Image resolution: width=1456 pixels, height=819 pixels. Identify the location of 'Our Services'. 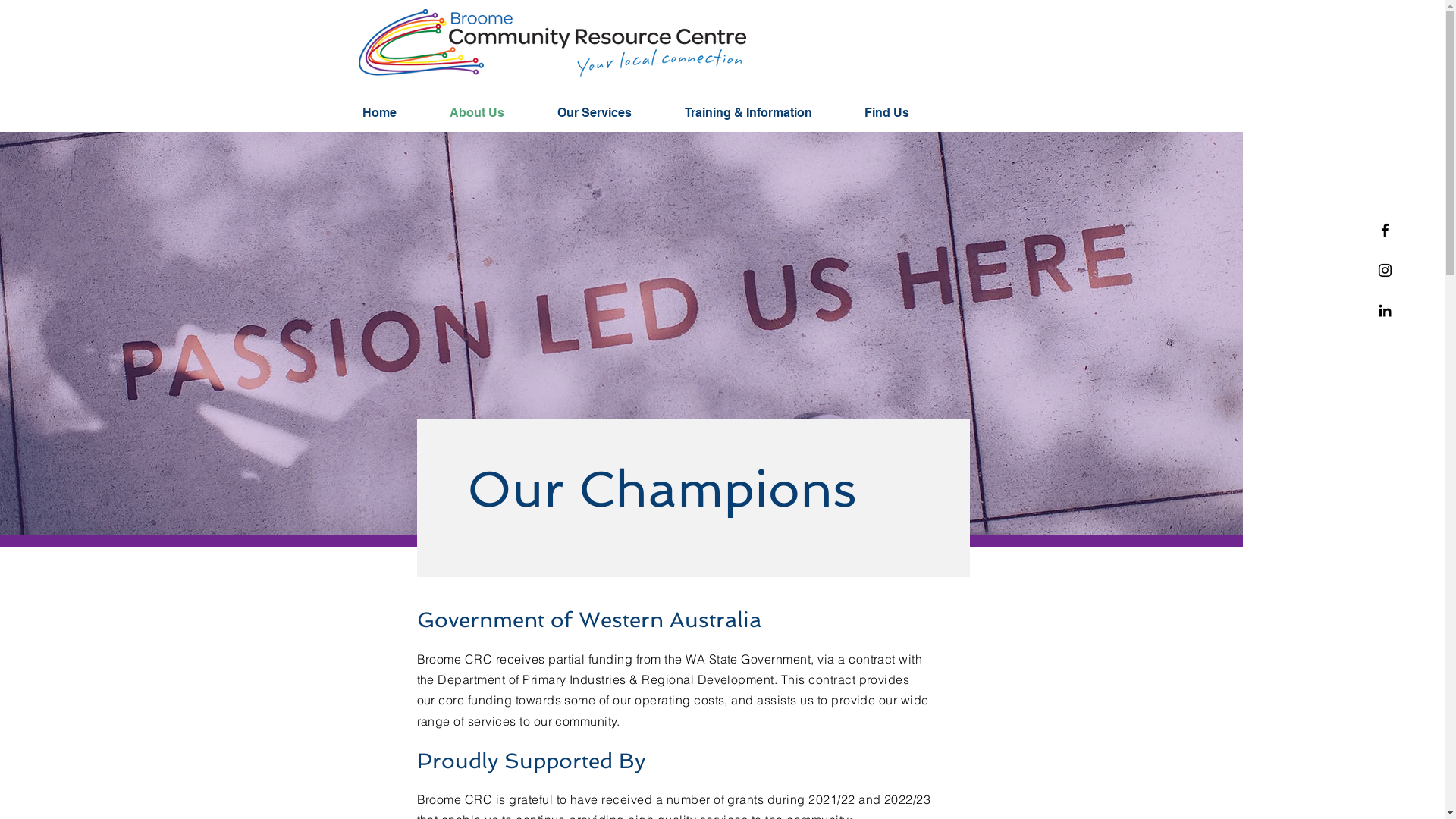
(610, 112).